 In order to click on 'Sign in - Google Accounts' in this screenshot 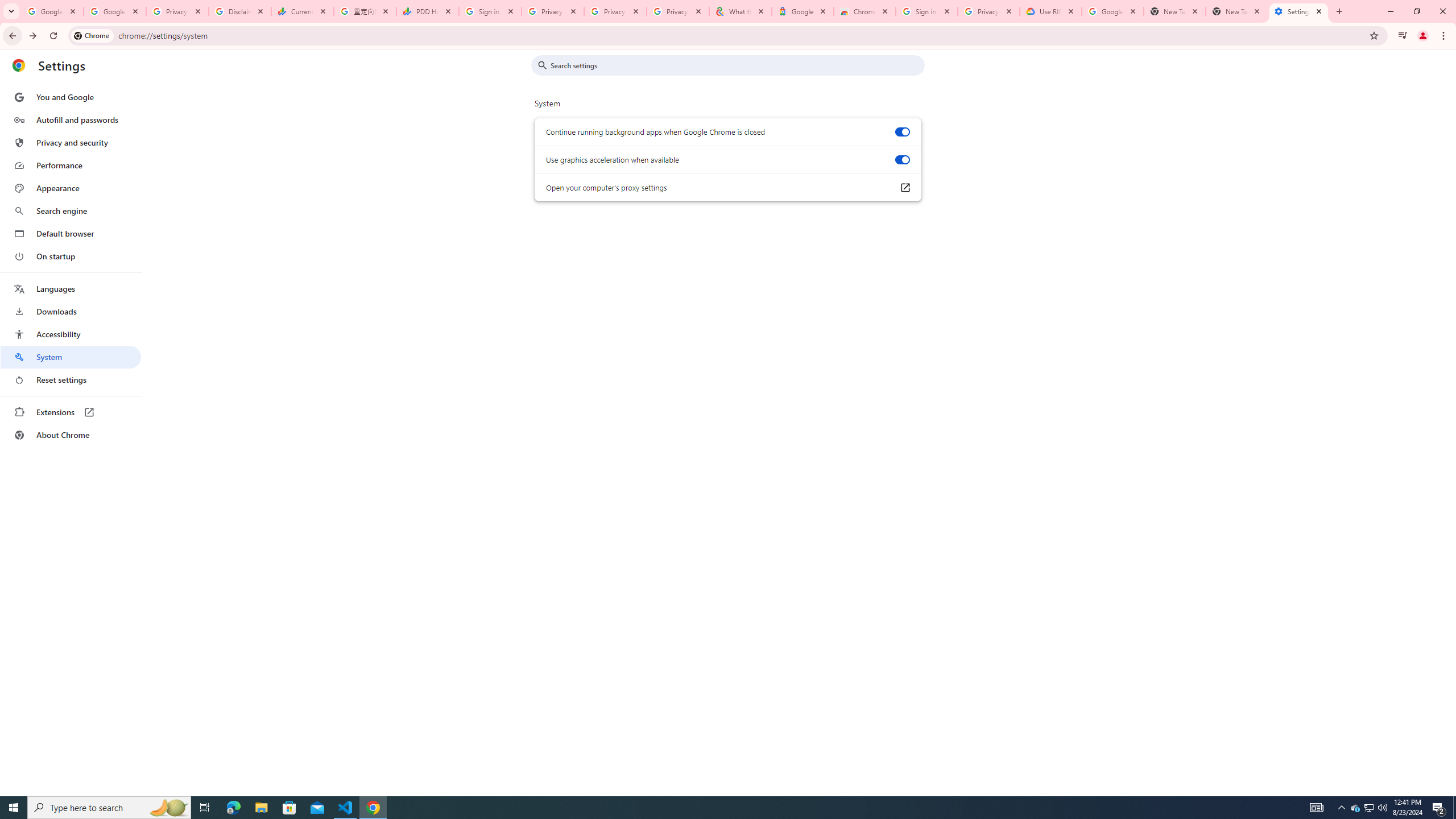, I will do `click(926, 11)`.